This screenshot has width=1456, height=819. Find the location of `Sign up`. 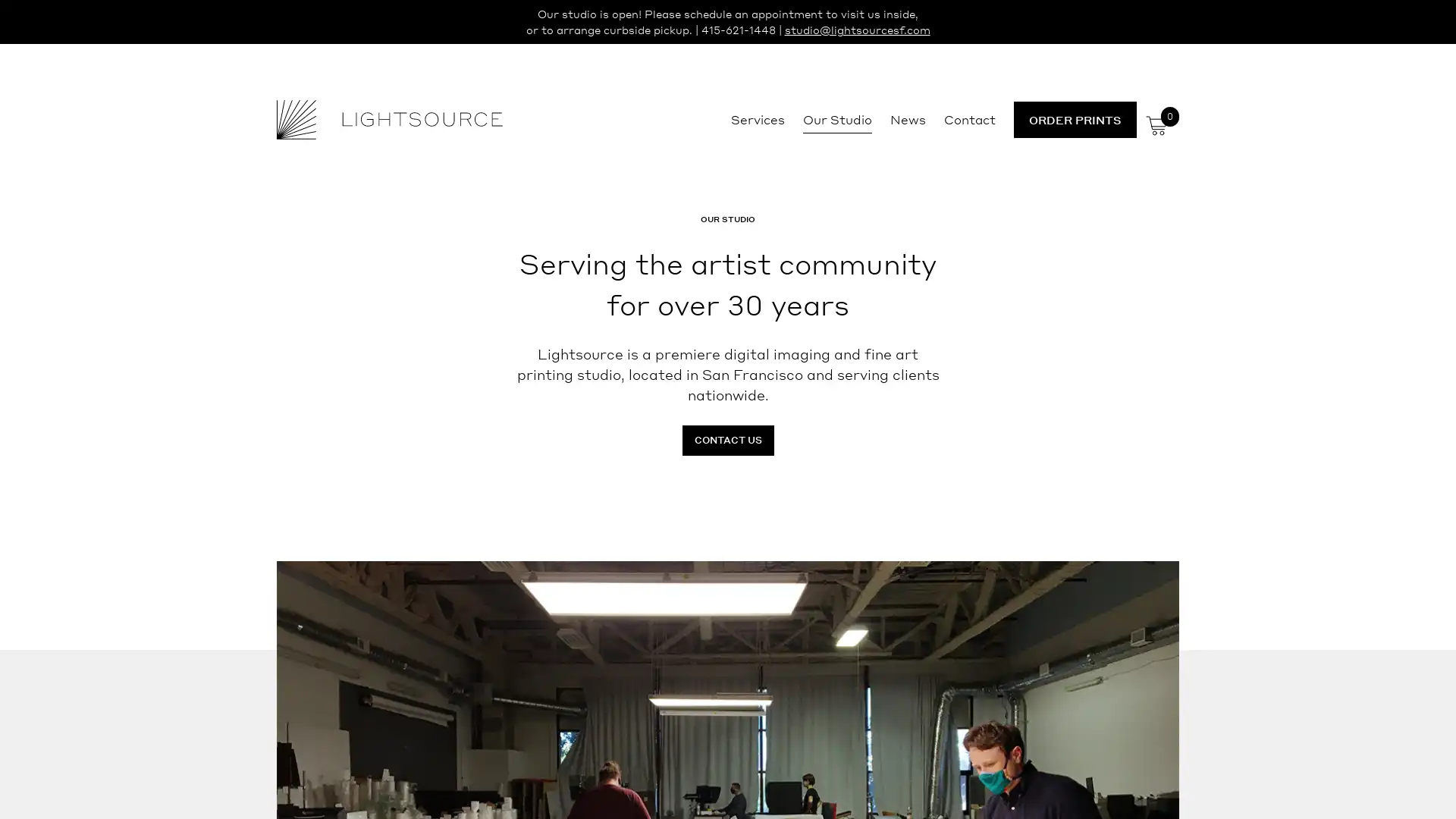

Sign up is located at coordinates (870, 528).